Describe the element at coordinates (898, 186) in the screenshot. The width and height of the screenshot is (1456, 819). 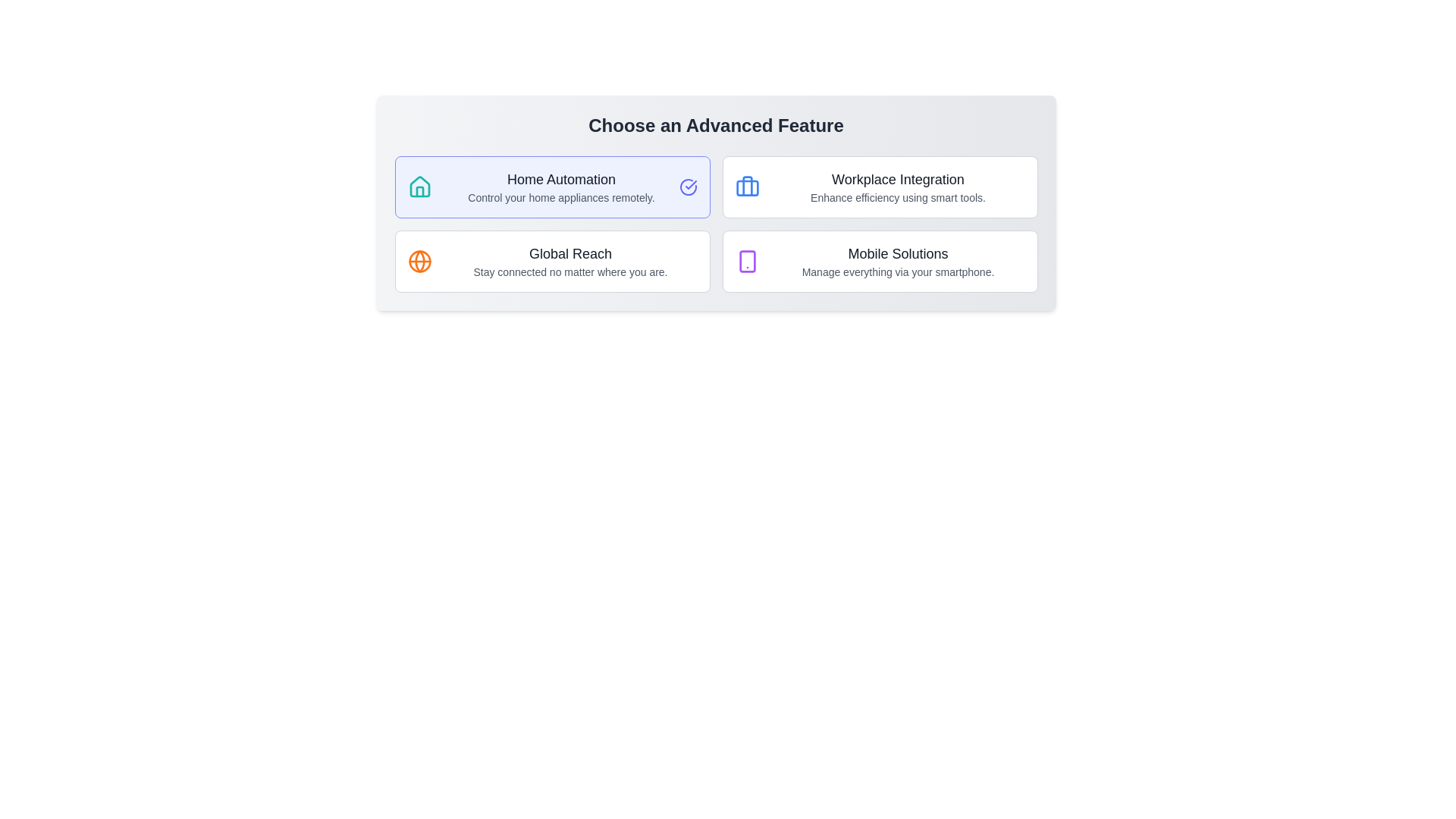
I see `the selectable card for 'Workplace Integration' in the grid of features` at that location.